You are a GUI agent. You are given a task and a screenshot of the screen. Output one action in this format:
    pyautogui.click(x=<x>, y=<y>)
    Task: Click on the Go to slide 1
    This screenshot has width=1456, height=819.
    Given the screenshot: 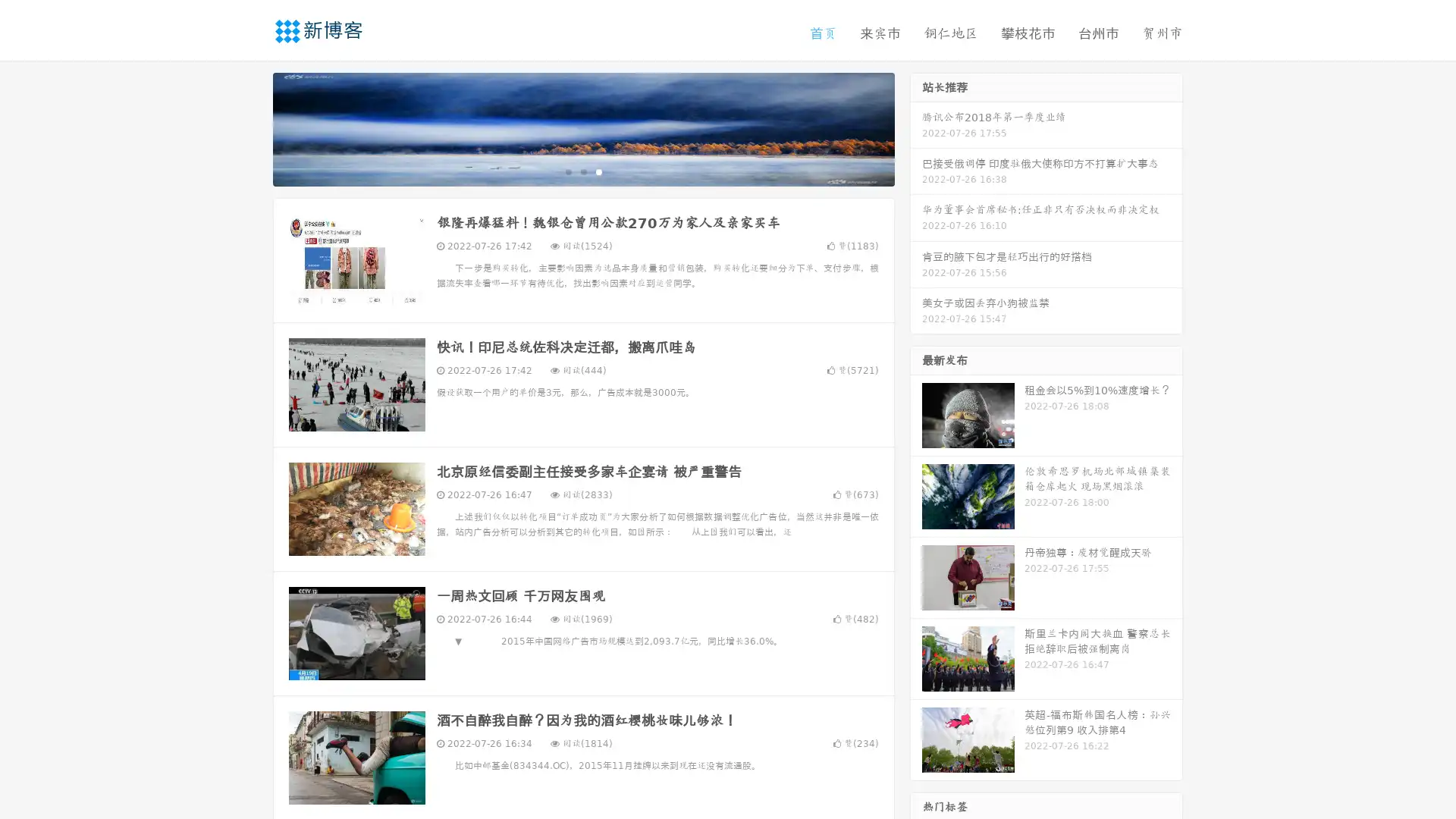 What is the action you would take?
    pyautogui.click(x=567, y=171)
    